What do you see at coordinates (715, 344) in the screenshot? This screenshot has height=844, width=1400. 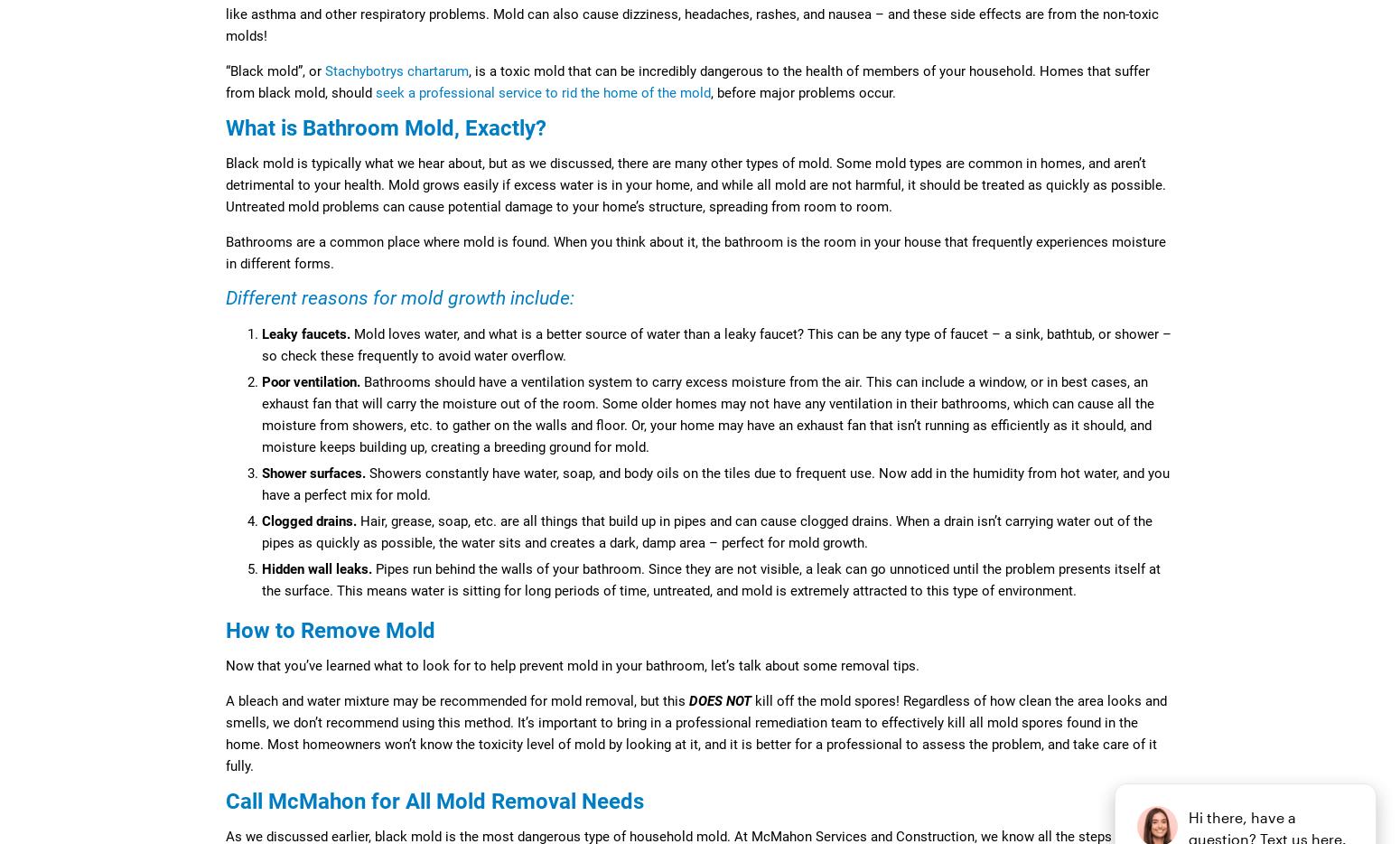 I see `'Mold loves water, and what is a better source of water than a leaky faucet? This can be any type of faucet – a sink, bathtub, or shower – so check these frequently to avoid water overflow.'` at bounding box center [715, 344].